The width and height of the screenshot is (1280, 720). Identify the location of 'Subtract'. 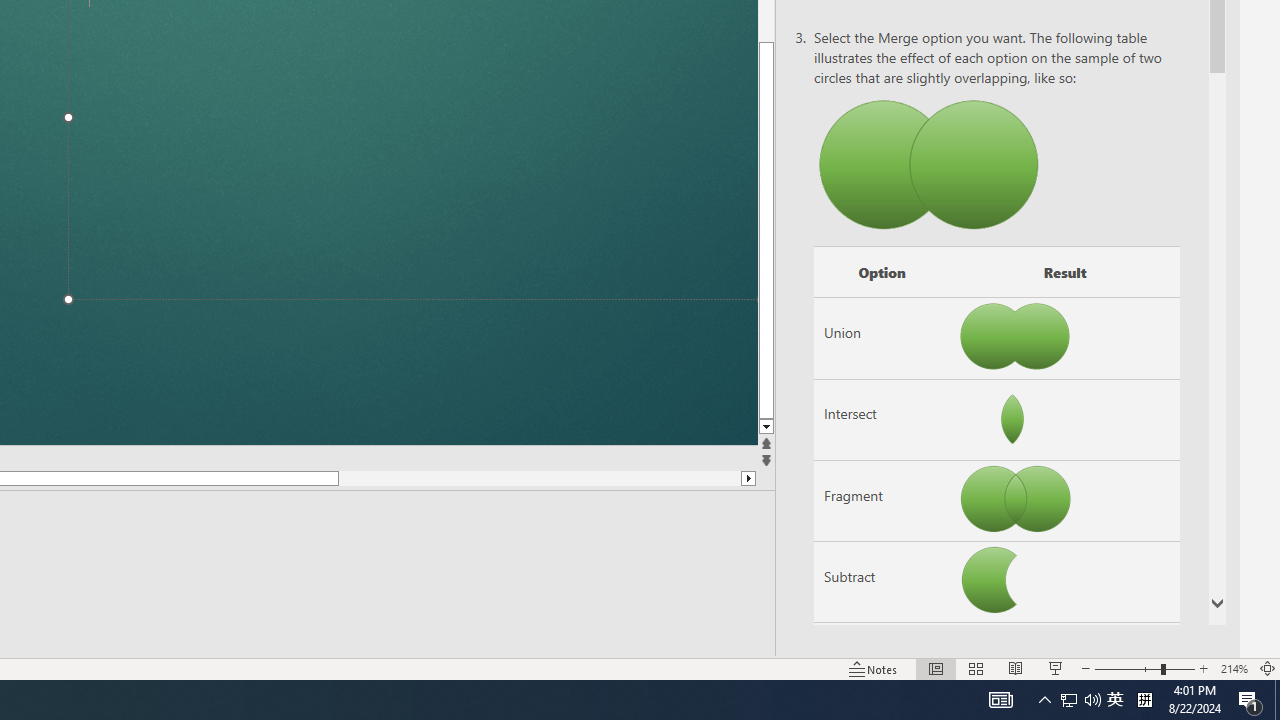
(880, 582).